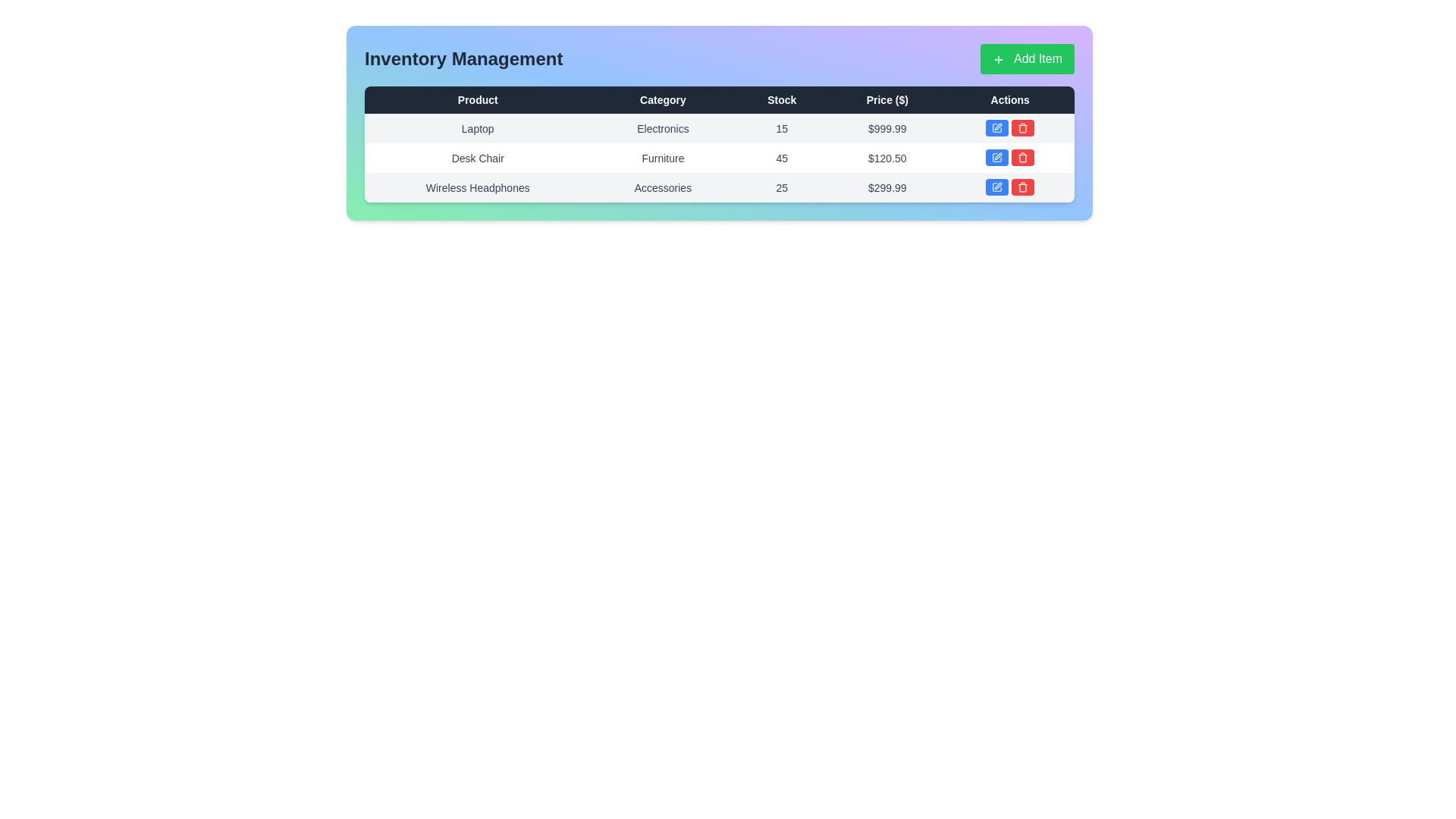  What do you see at coordinates (1010, 187) in the screenshot?
I see `the red delete button in the action controls for the inventory item labeled 'Wireless Headphones' located in the last row of the table under the 'Actions' column` at bounding box center [1010, 187].